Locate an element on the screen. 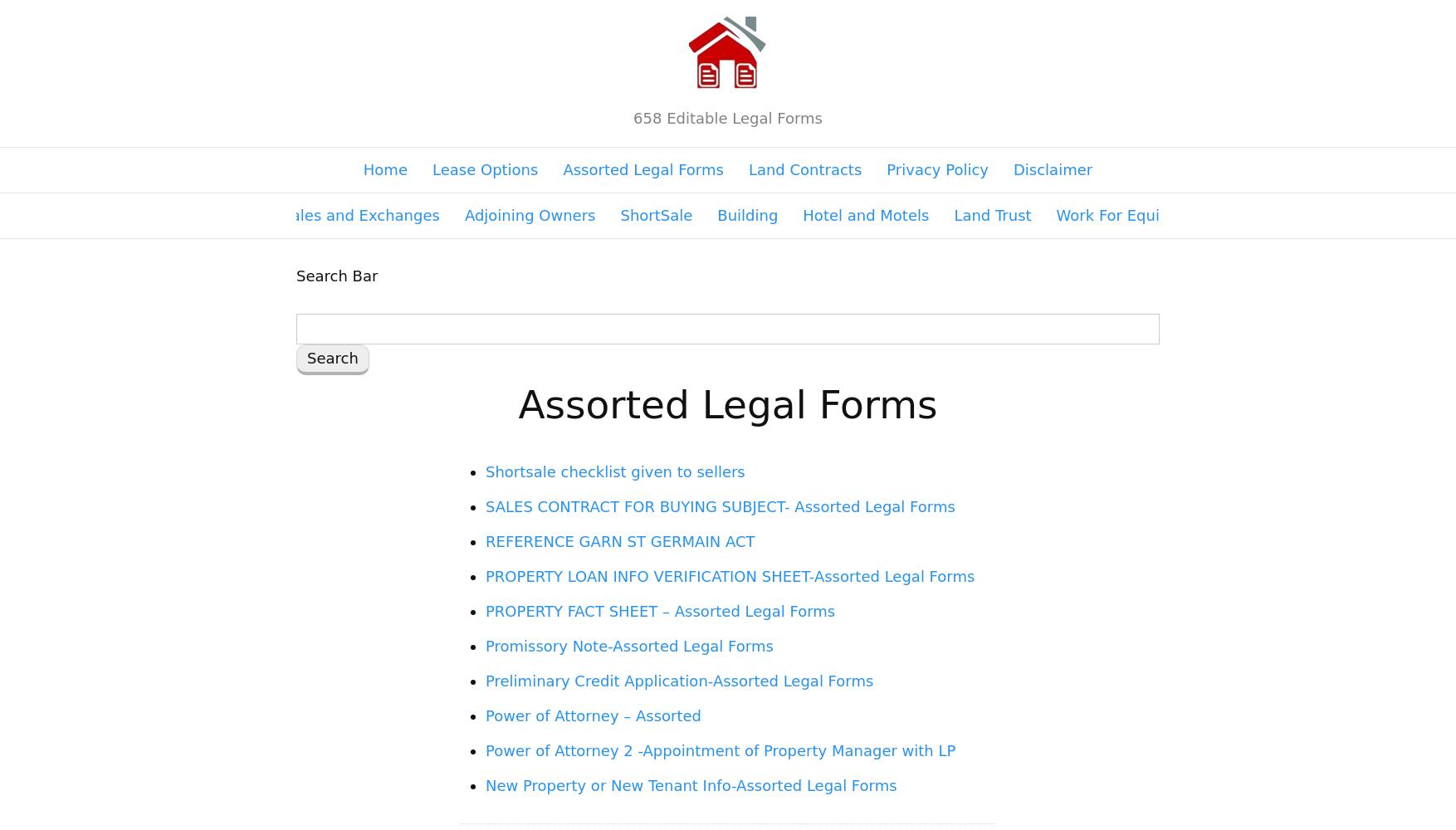 Image resolution: width=1456 pixels, height=830 pixels. 'REFERENCE GARN ST GERMAIN ACT' is located at coordinates (620, 541).